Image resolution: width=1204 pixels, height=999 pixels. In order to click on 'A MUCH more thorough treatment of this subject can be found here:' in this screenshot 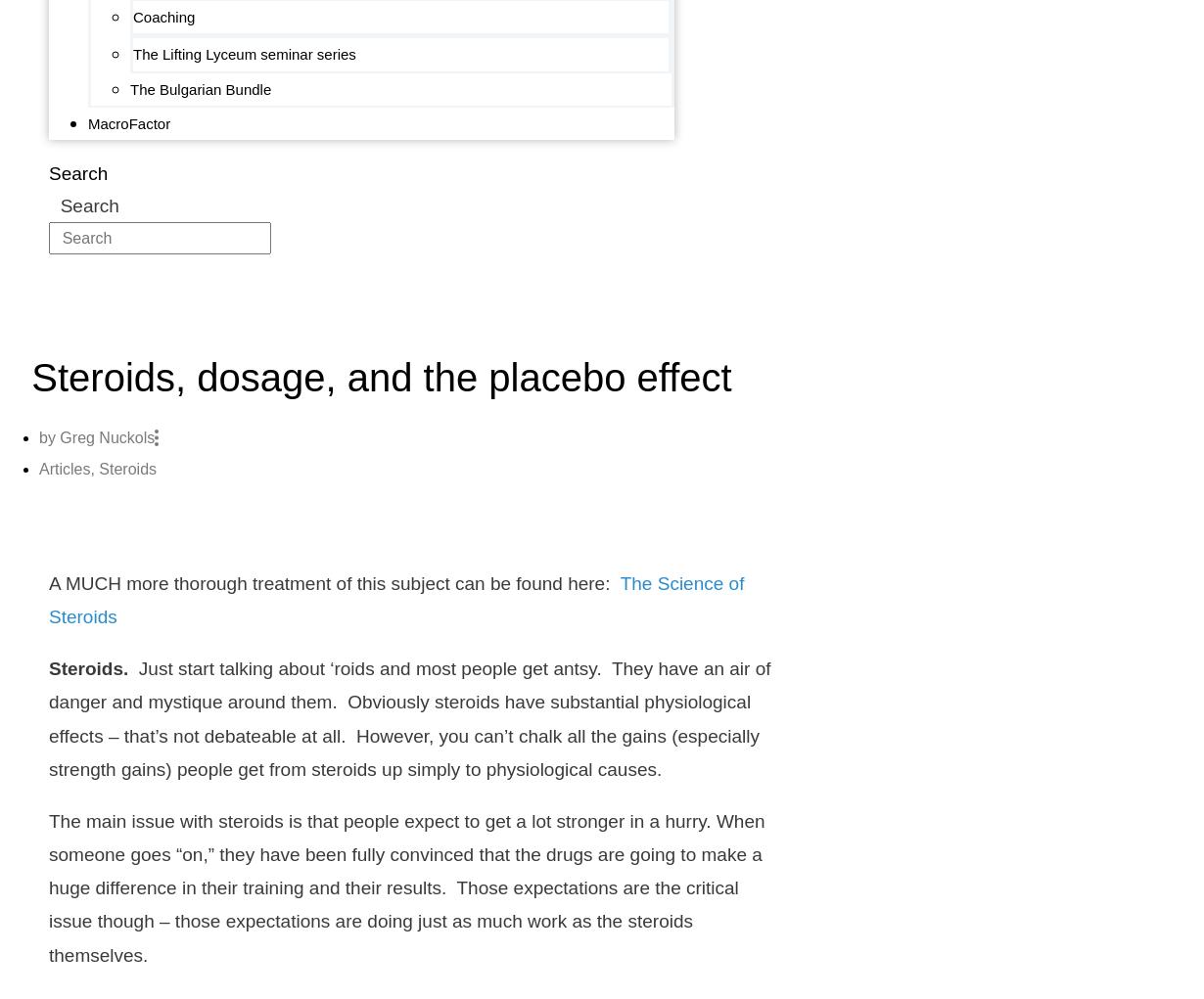, I will do `click(333, 582)`.